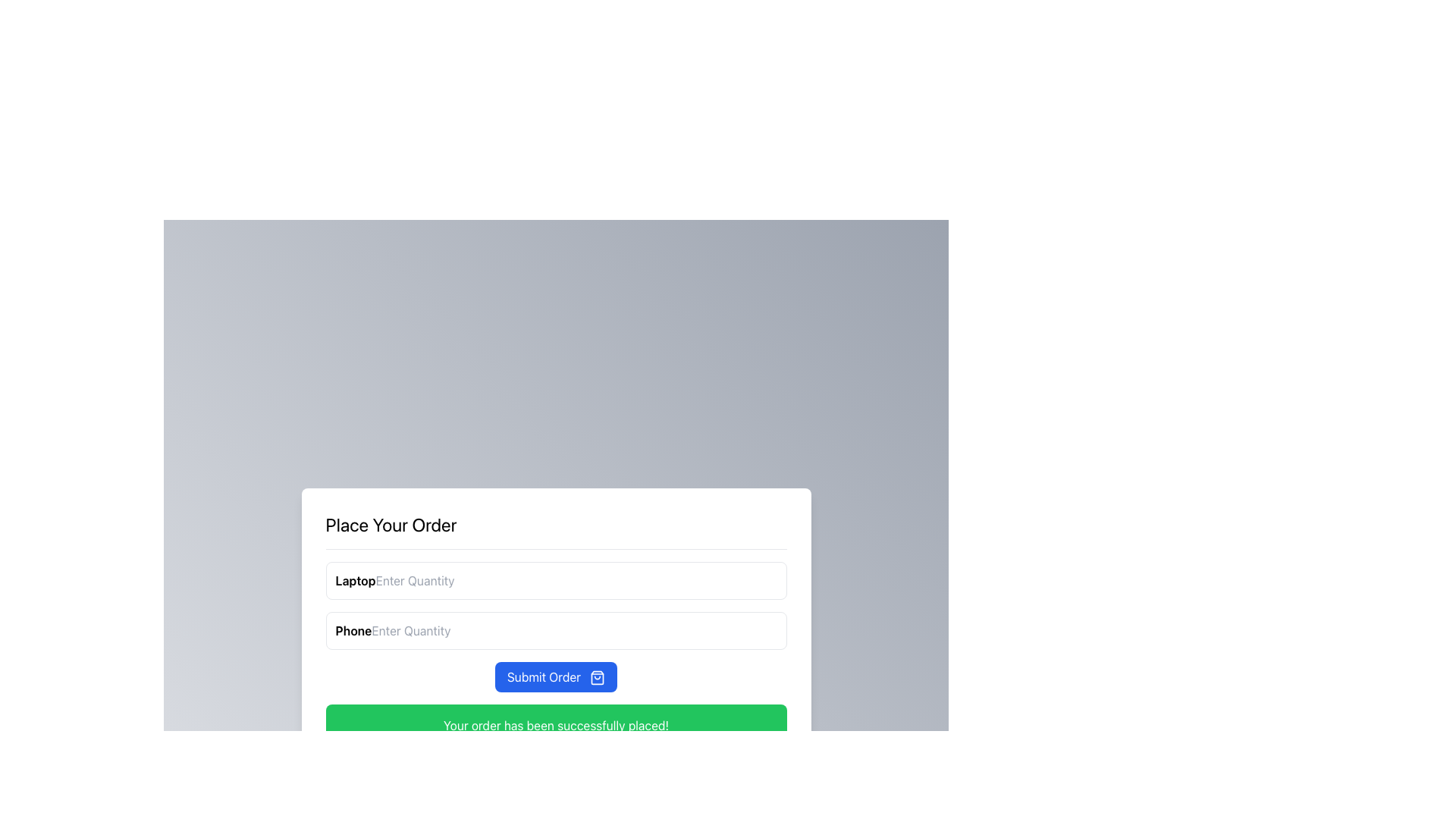 The width and height of the screenshot is (1456, 819). What do you see at coordinates (555, 724) in the screenshot?
I see `success message from the text label located in the green notification box at the bottom of the content area, which confirms that the order has been placed successfully` at bounding box center [555, 724].